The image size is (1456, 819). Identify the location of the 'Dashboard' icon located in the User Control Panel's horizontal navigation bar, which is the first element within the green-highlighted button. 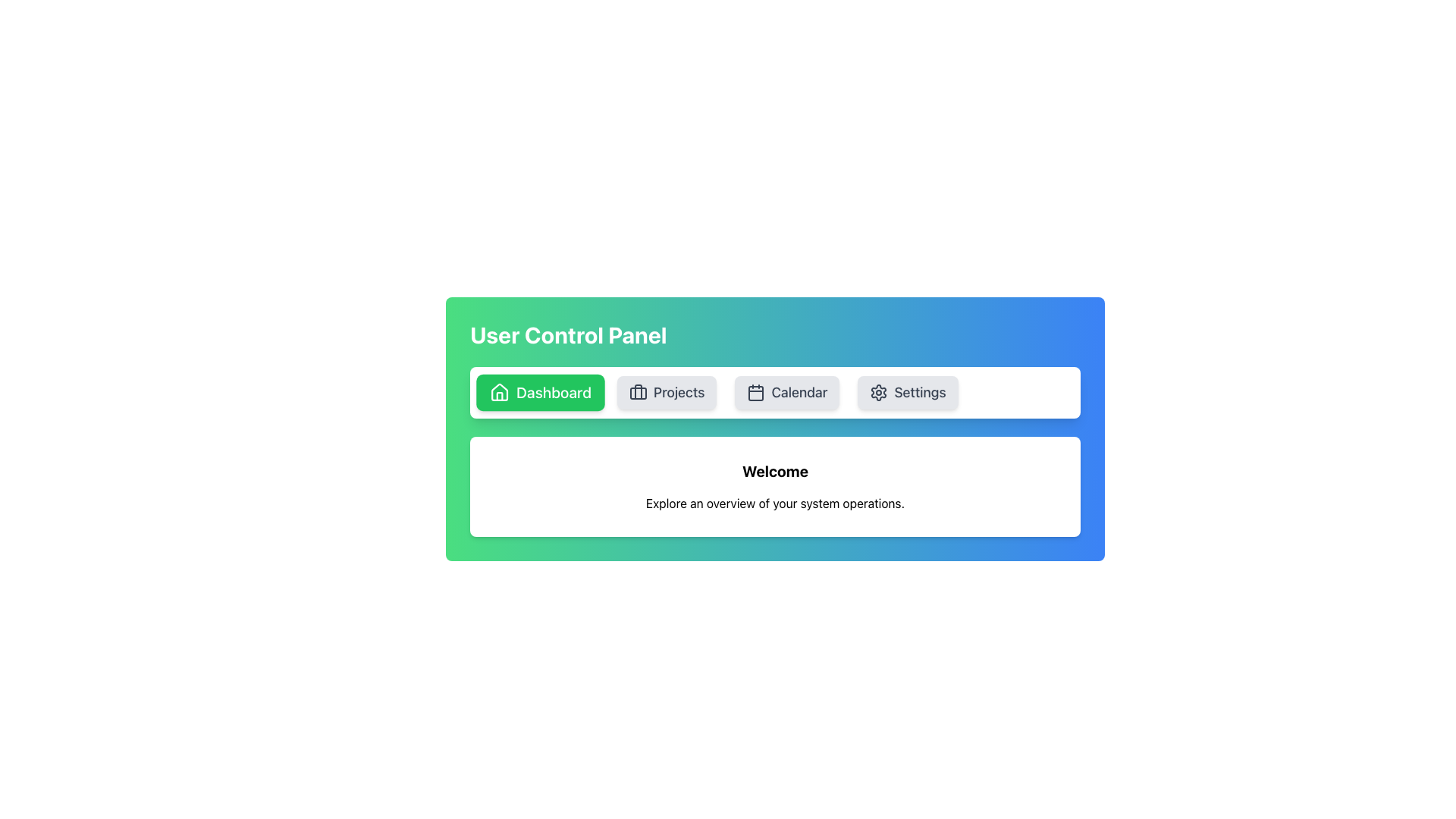
(499, 391).